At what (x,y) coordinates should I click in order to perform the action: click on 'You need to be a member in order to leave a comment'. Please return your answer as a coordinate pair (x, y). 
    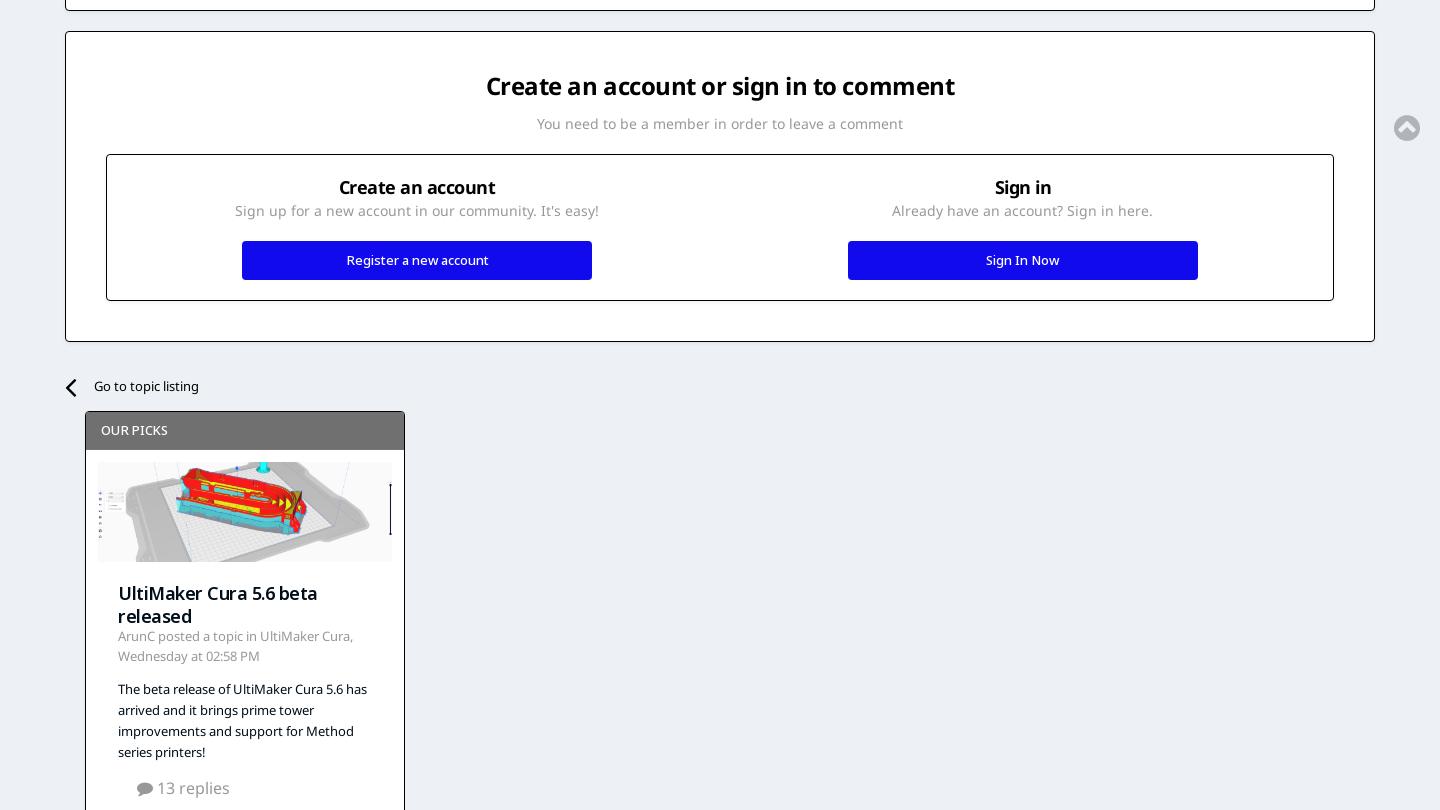
    Looking at the image, I should click on (535, 123).